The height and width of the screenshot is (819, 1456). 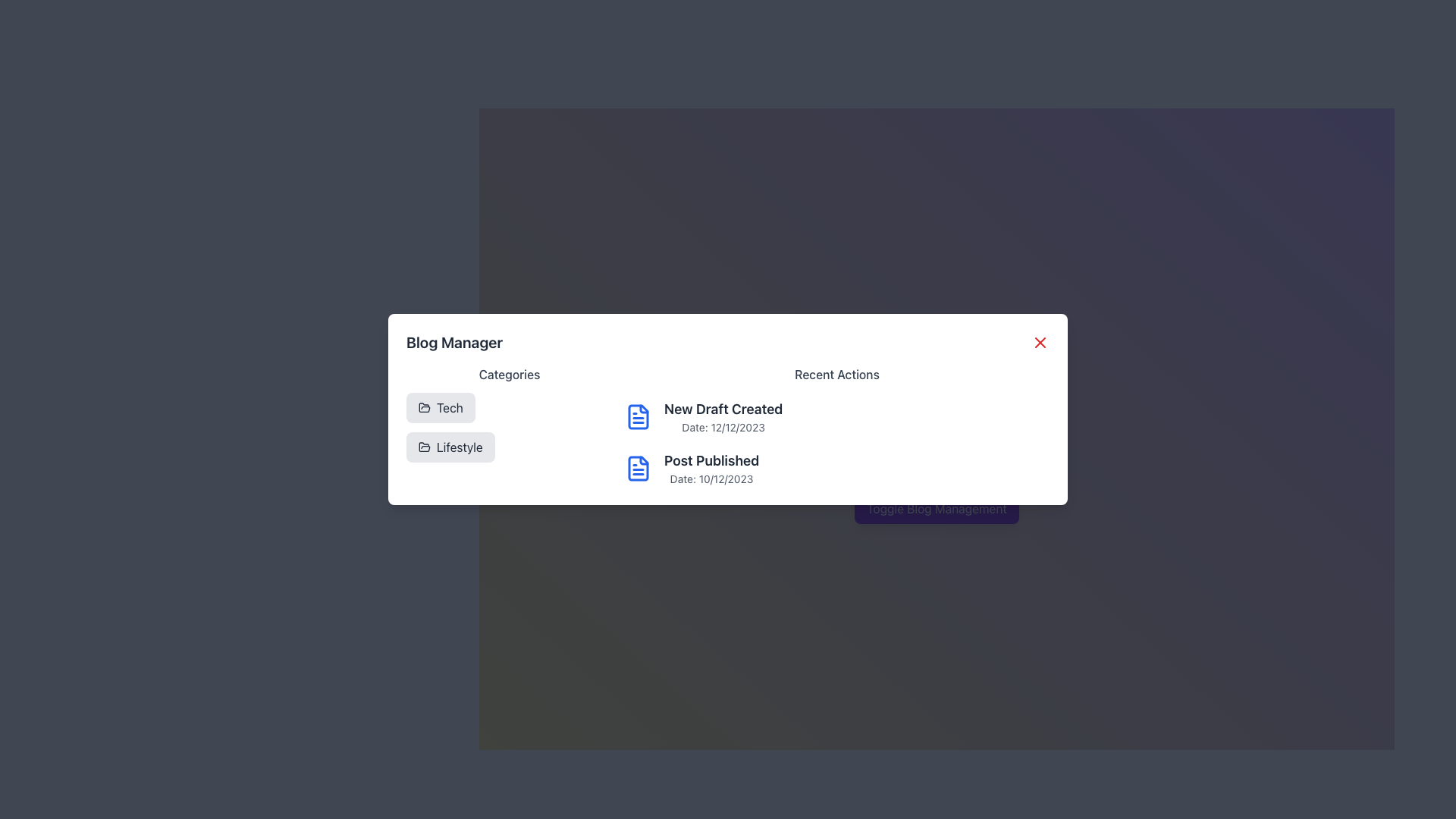 What do you see at coordinates (638, 467) in the screenshot?
I see `the blue document icon in the 'Recent Actions' section of the 'Blog Manager' interface, which represents the 'Post Published' entry` at bounding box center [638, 467].